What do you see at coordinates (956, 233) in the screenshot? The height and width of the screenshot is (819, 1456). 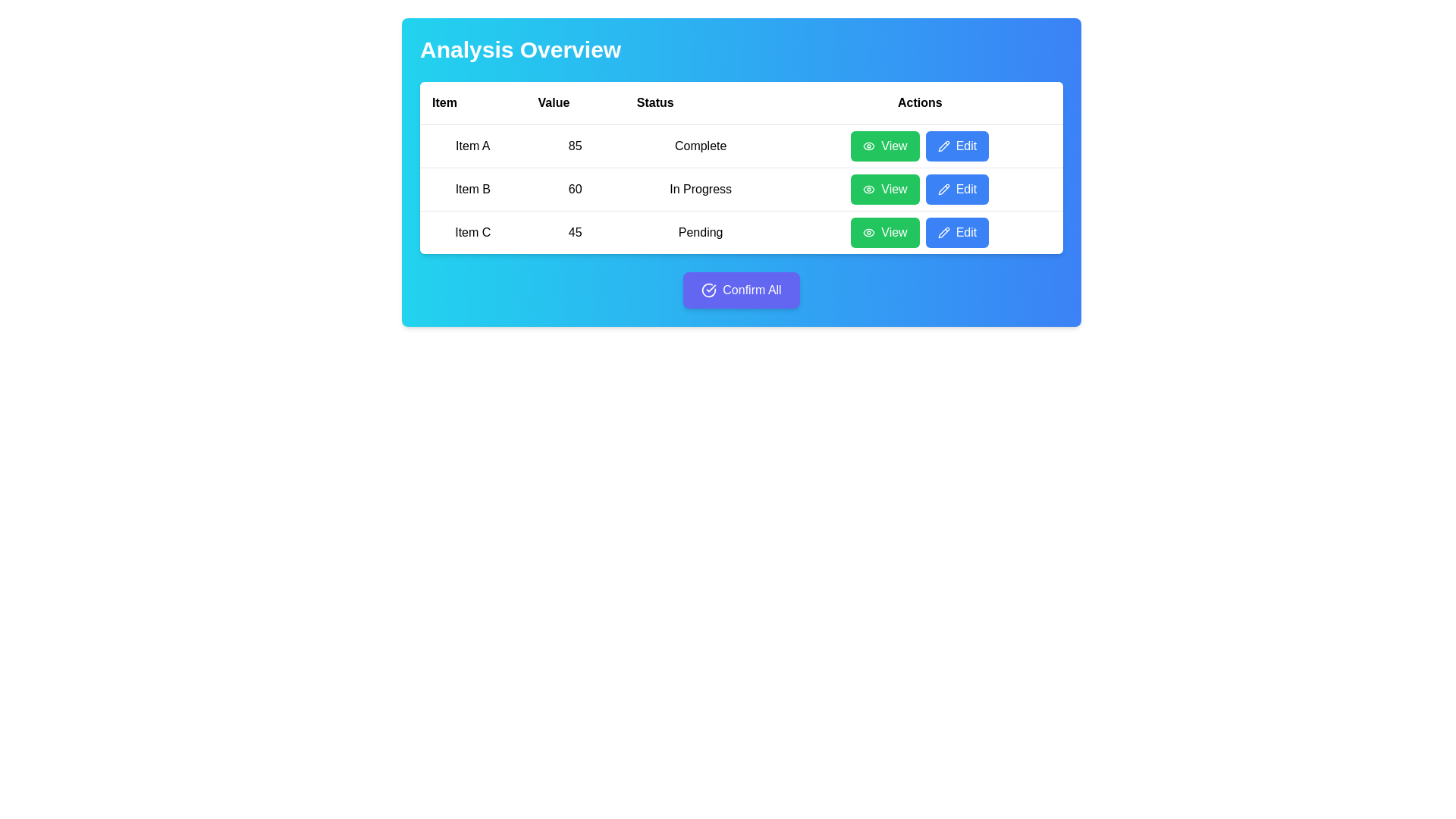 I see `the edit button in the 'Actions' column of the third row of the table` at bounding box center [956, 233].